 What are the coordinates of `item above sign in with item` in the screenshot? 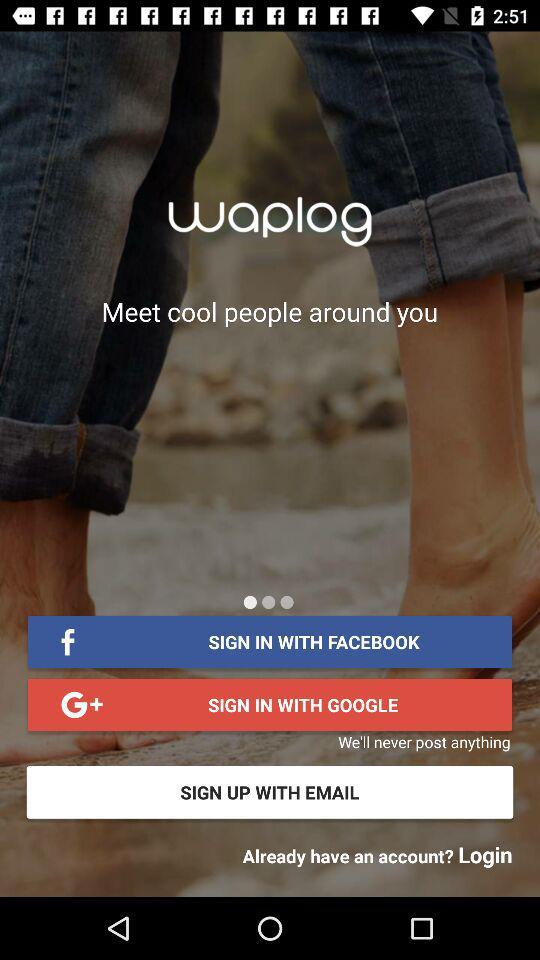 It's located at (268, 601).